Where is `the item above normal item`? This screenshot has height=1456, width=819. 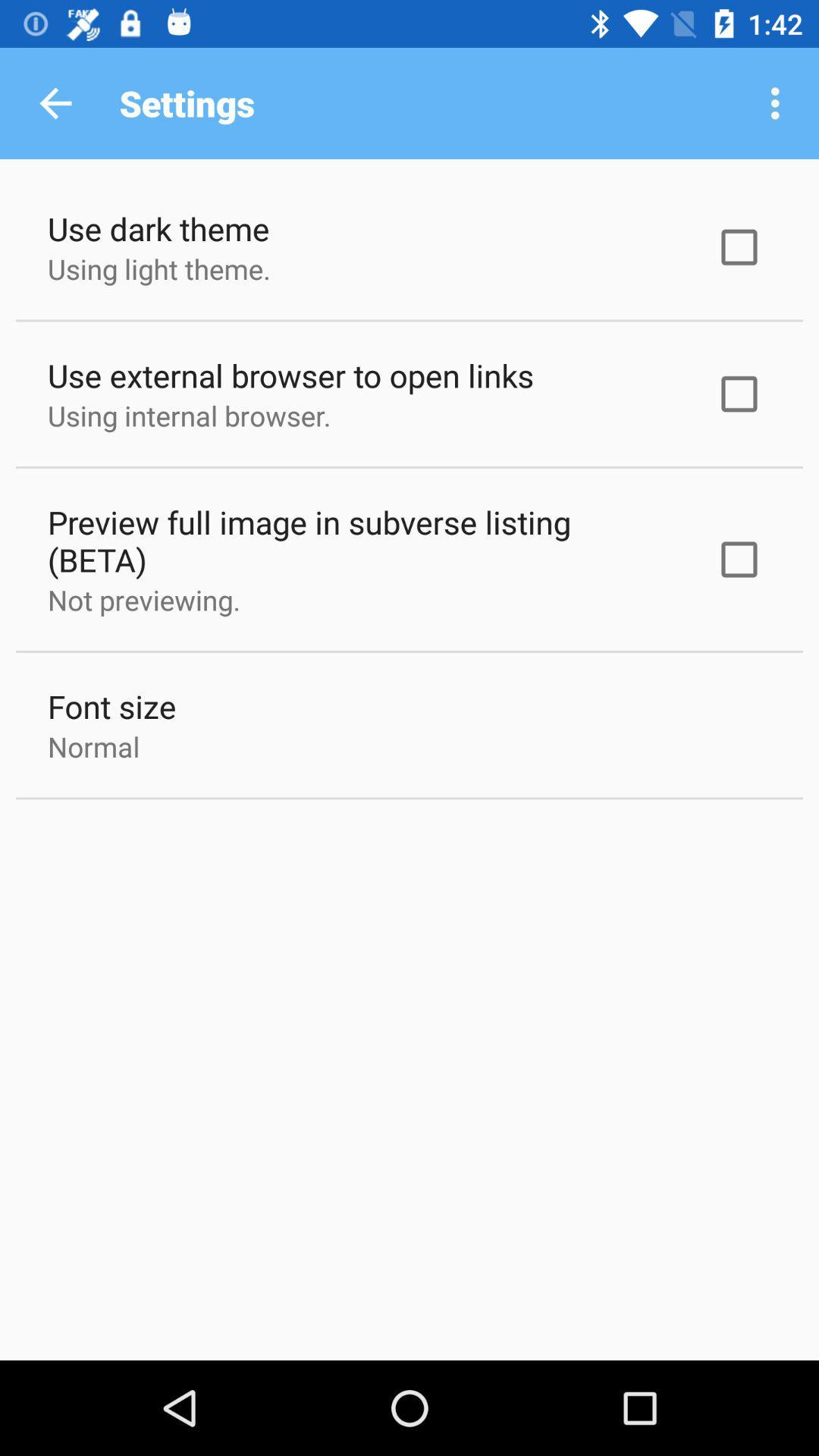
the item above normal item is located at coordinates (111, 705).